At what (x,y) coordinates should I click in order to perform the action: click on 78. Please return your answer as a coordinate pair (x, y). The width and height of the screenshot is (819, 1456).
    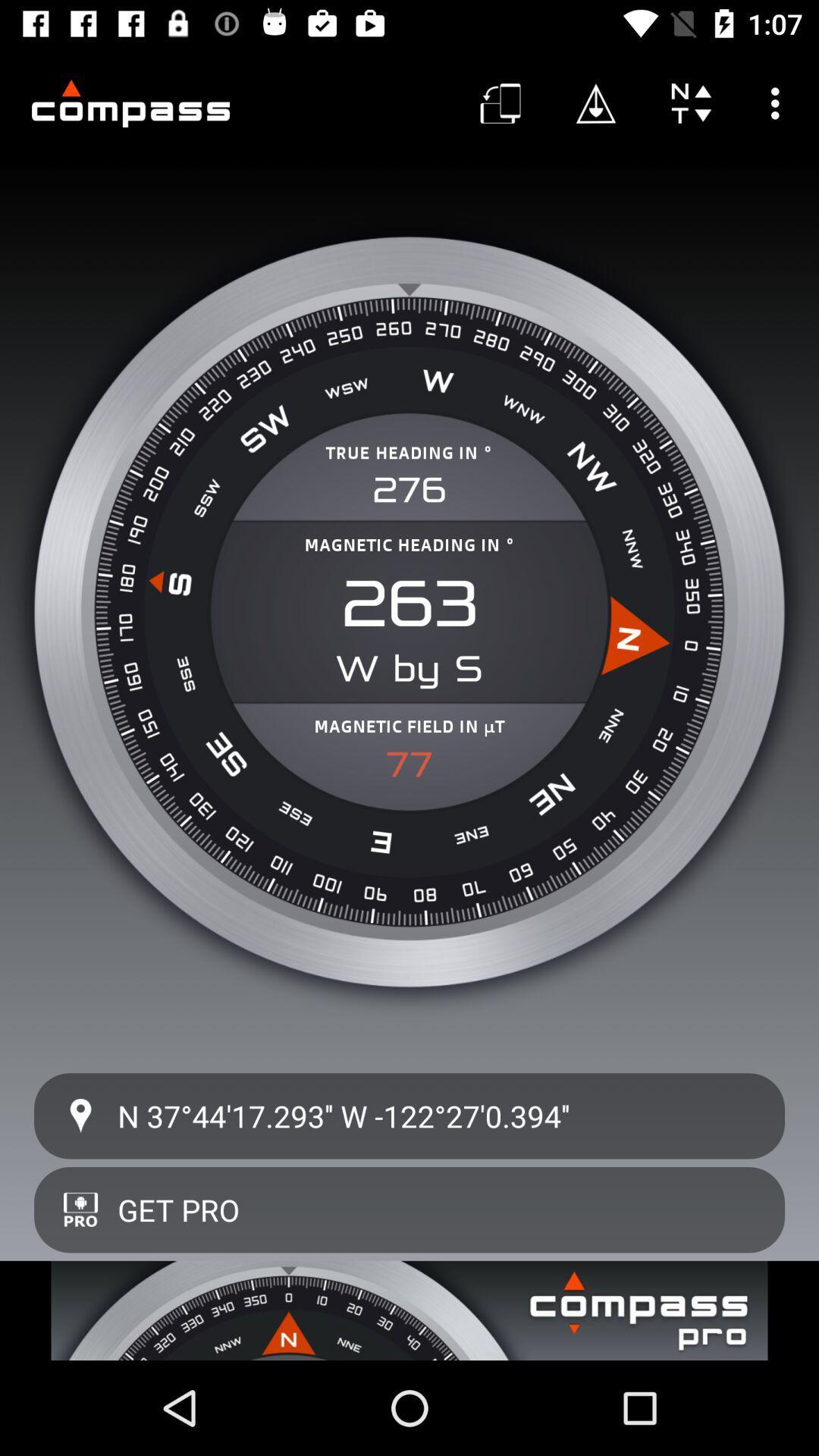
    Looking at the image, I should click on (409, 764).